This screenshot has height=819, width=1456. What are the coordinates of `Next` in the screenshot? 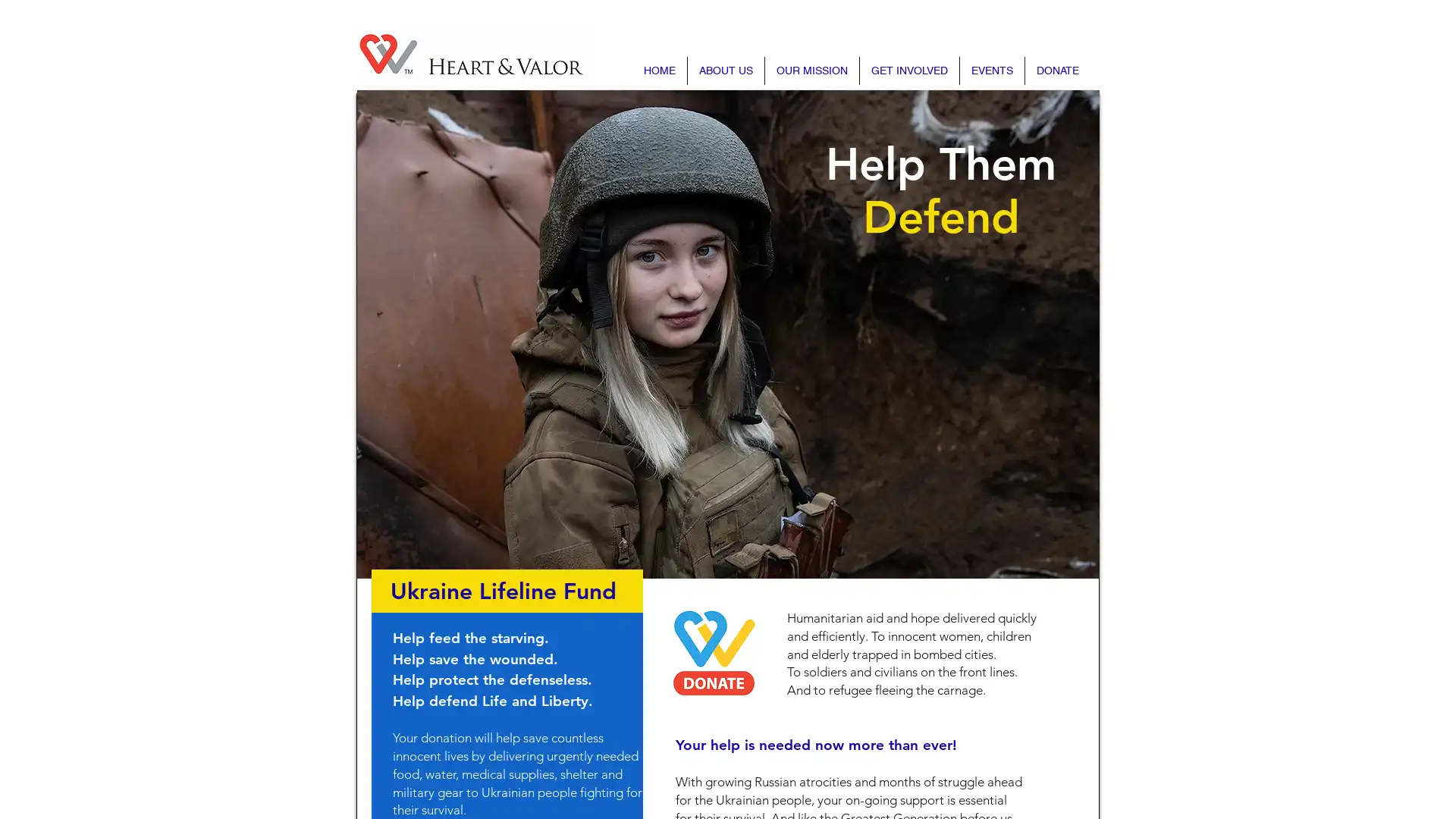 It's located at (1043, 333).